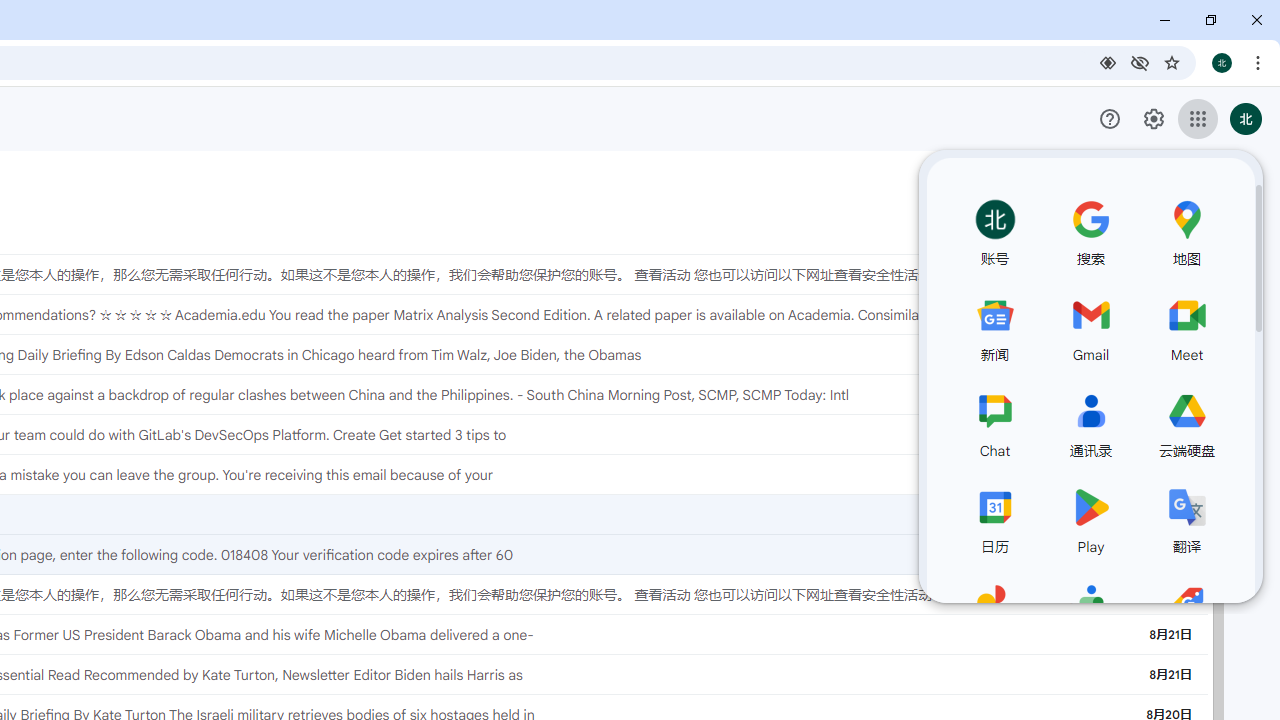  I want to click on 'Bookmark this tab', so click(1171, 61).